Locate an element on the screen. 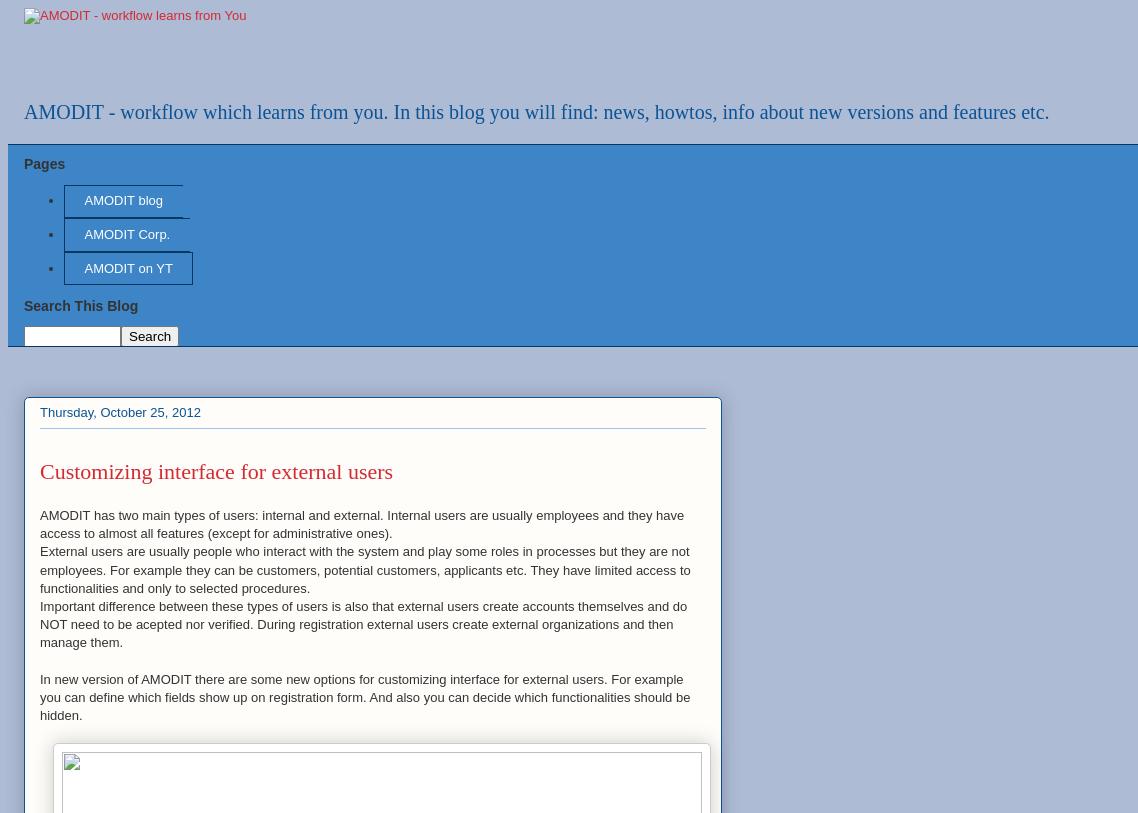 This screenshot has height=813, width=1138. 'Thursday, October 25, 2012' is located at coordinates (119, 411).